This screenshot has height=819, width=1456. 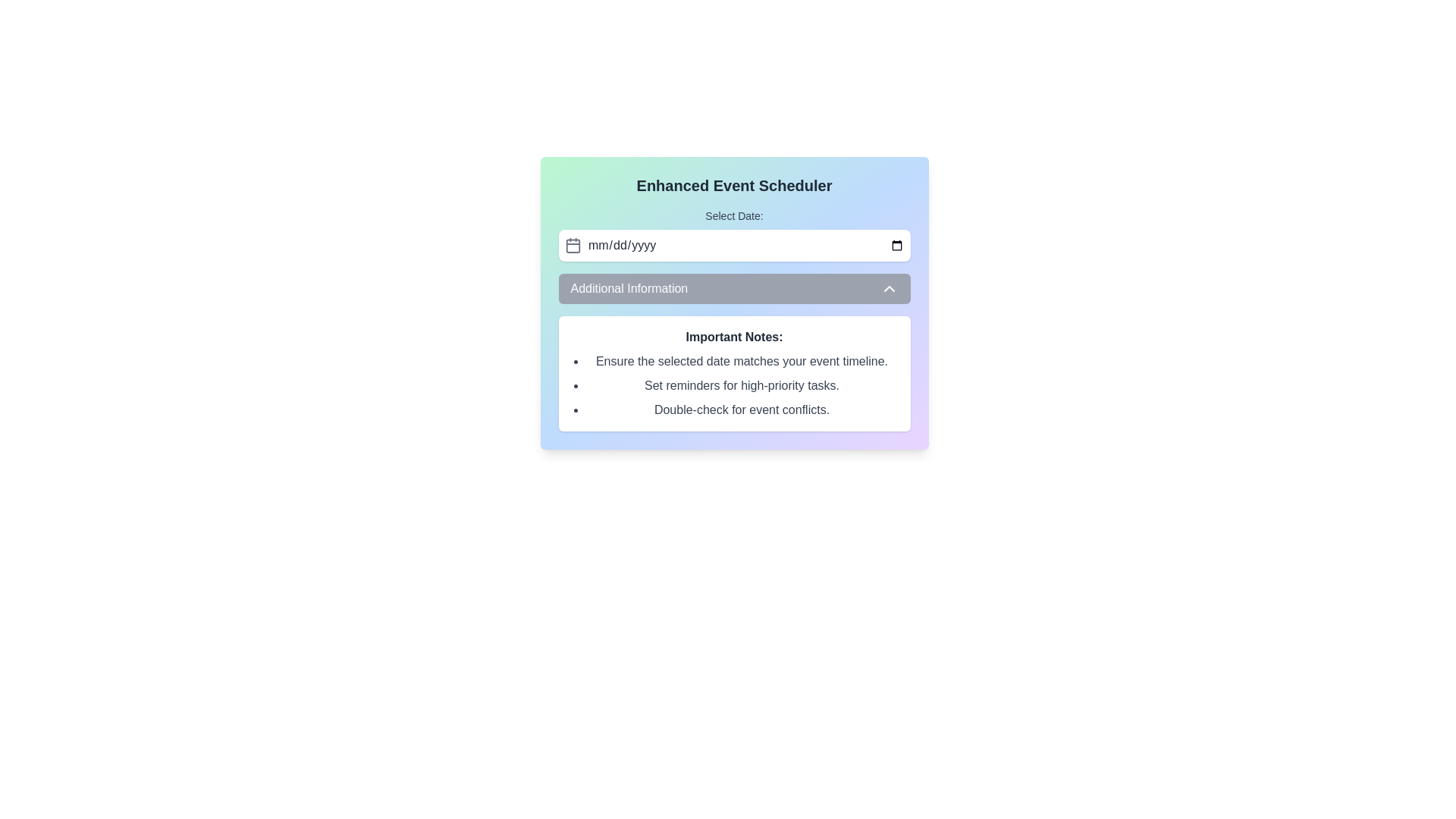 What do you see at coordinates (742, 385) in the screenshot?
I see `the text label that reads 'Set reminders for high-priority tasks.' which is the second item in the bulleted list under the 'Important Notes' section` at bounding box center [742, 385].